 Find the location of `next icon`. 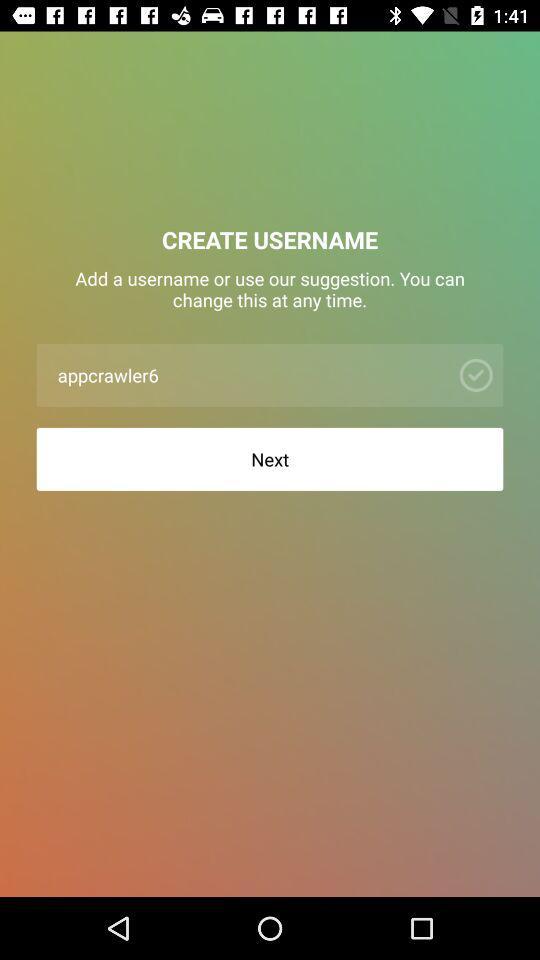

next icon is located at coordinates (270, 459).